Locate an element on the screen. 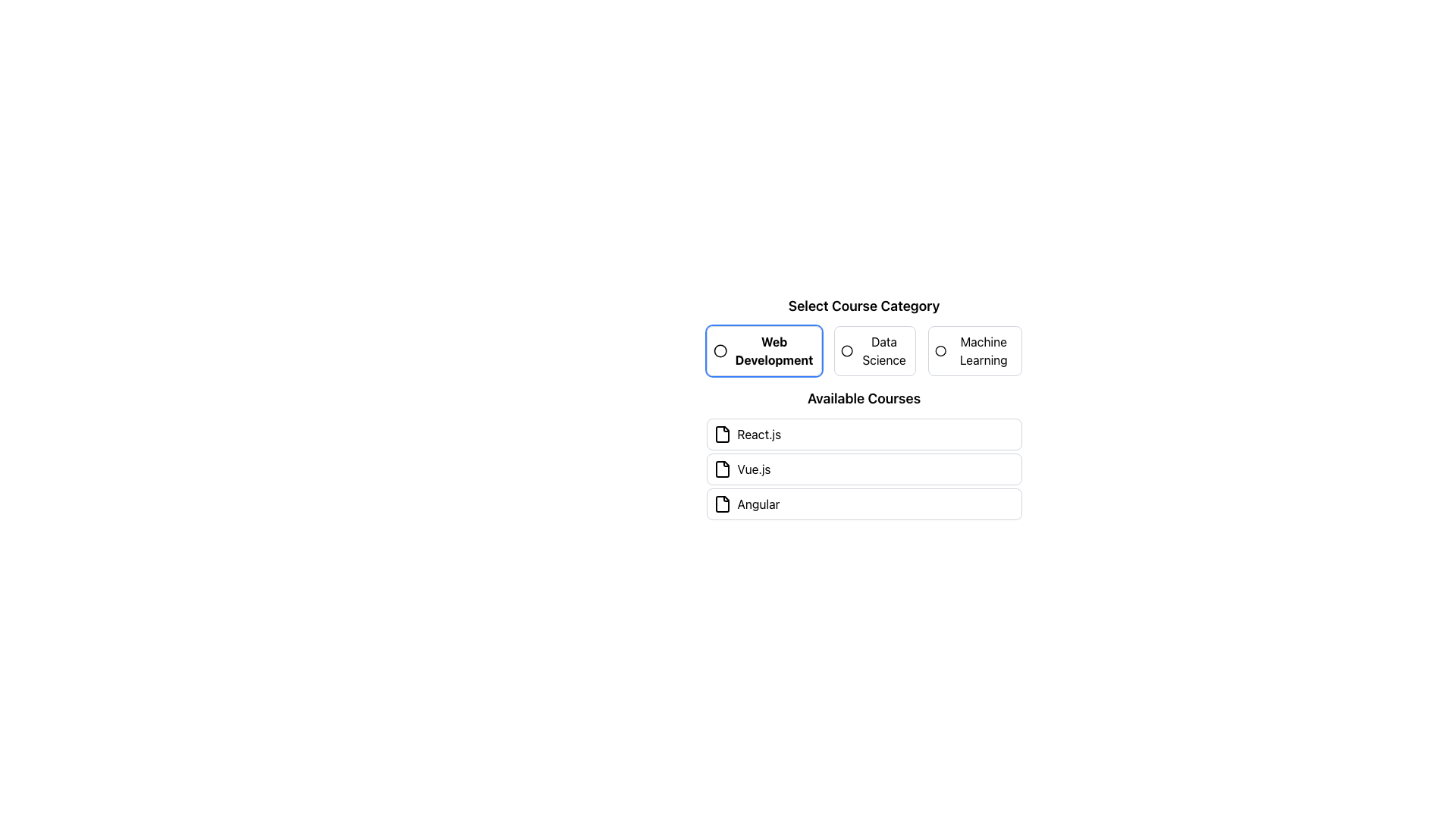 The height and width of the screenshot is (819, 1456). to select the second item in the list of available courses, which is a selectable item representing a programming course option is located at coordinates (864, 468).